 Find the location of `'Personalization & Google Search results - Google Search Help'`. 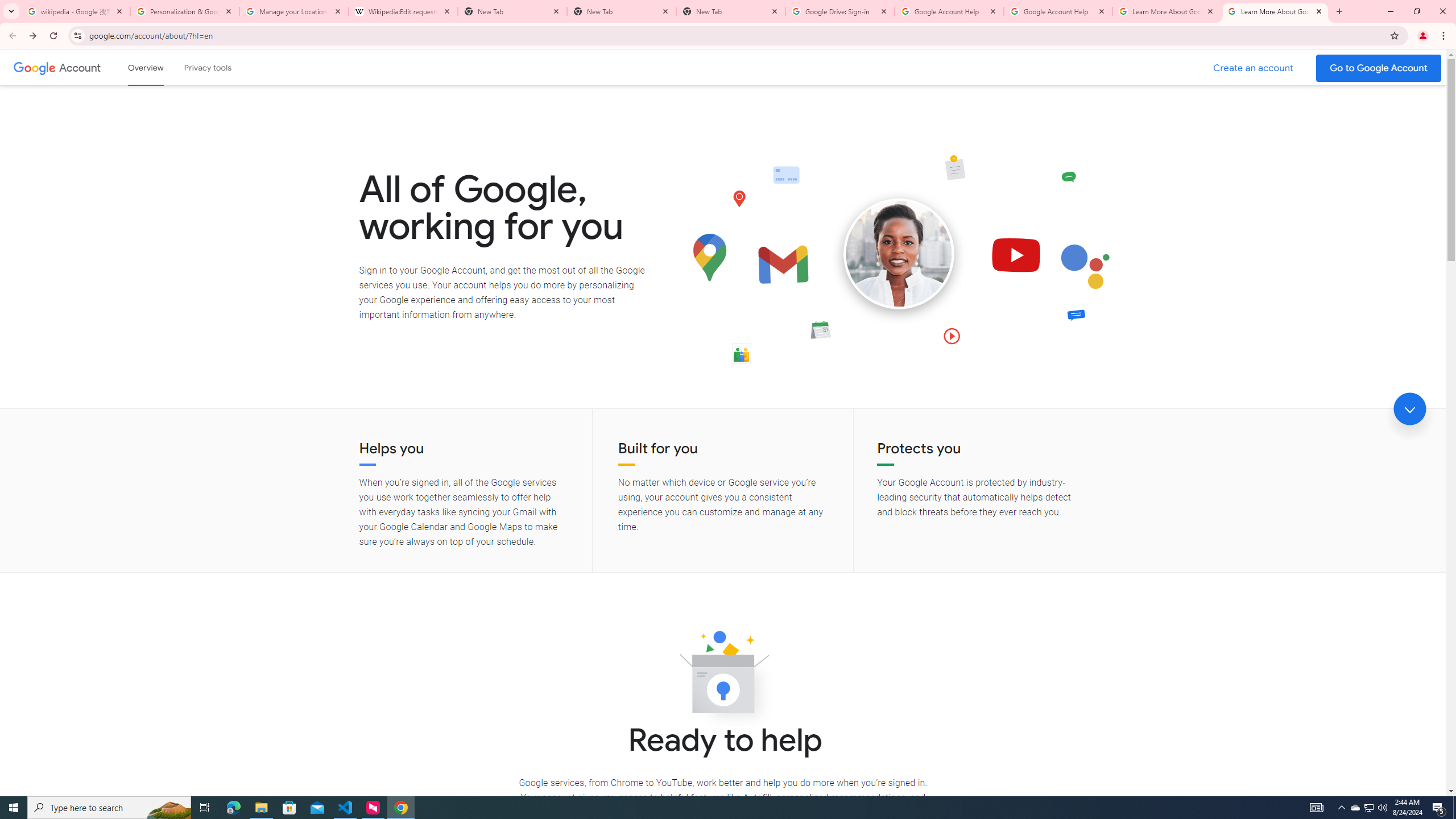

'Personalization & Google Search results - Google Search Help' is located at coordinates (185, 11).